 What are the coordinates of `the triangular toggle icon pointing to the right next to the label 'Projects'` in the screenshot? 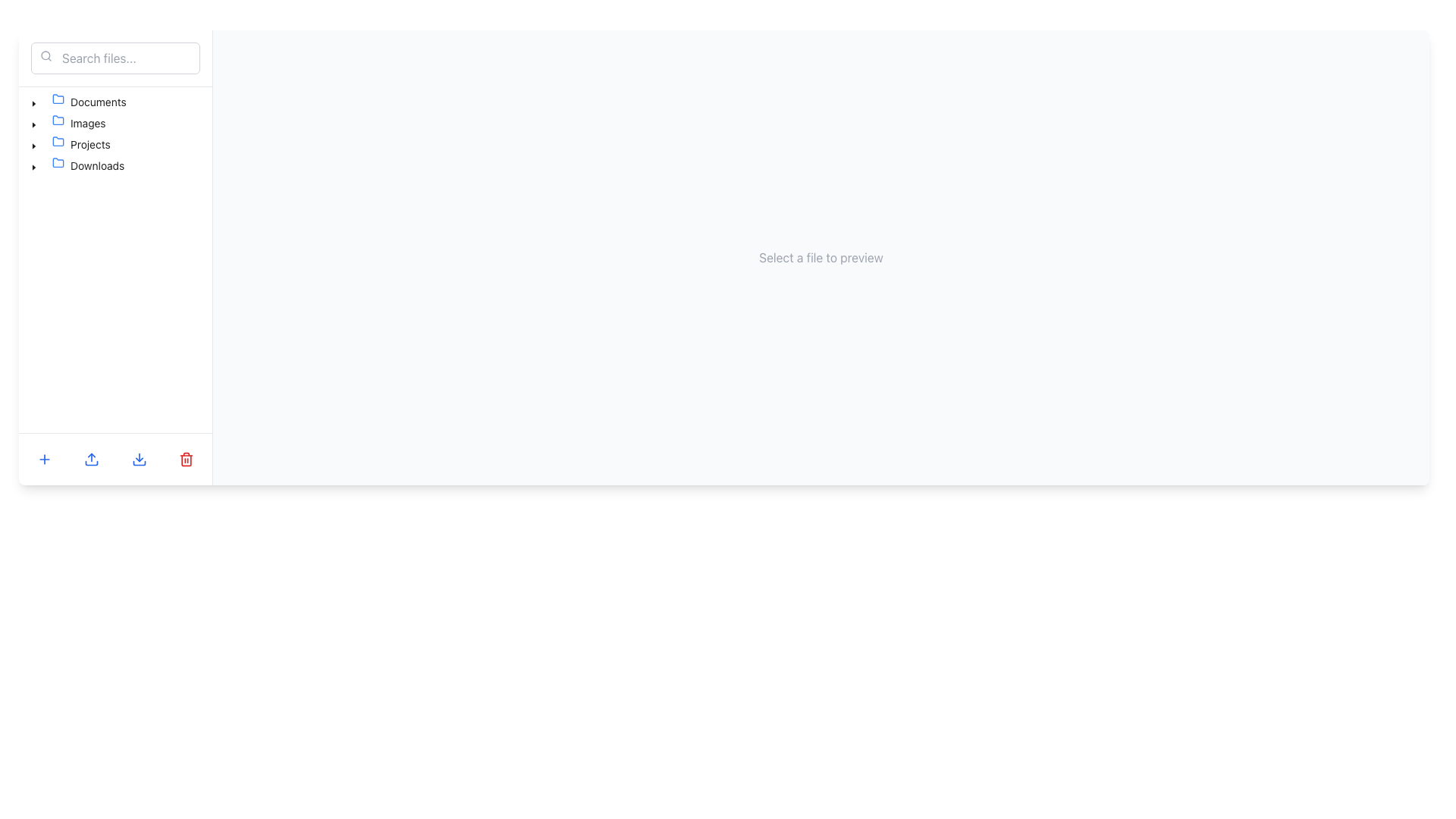 It's located at (33, 145).